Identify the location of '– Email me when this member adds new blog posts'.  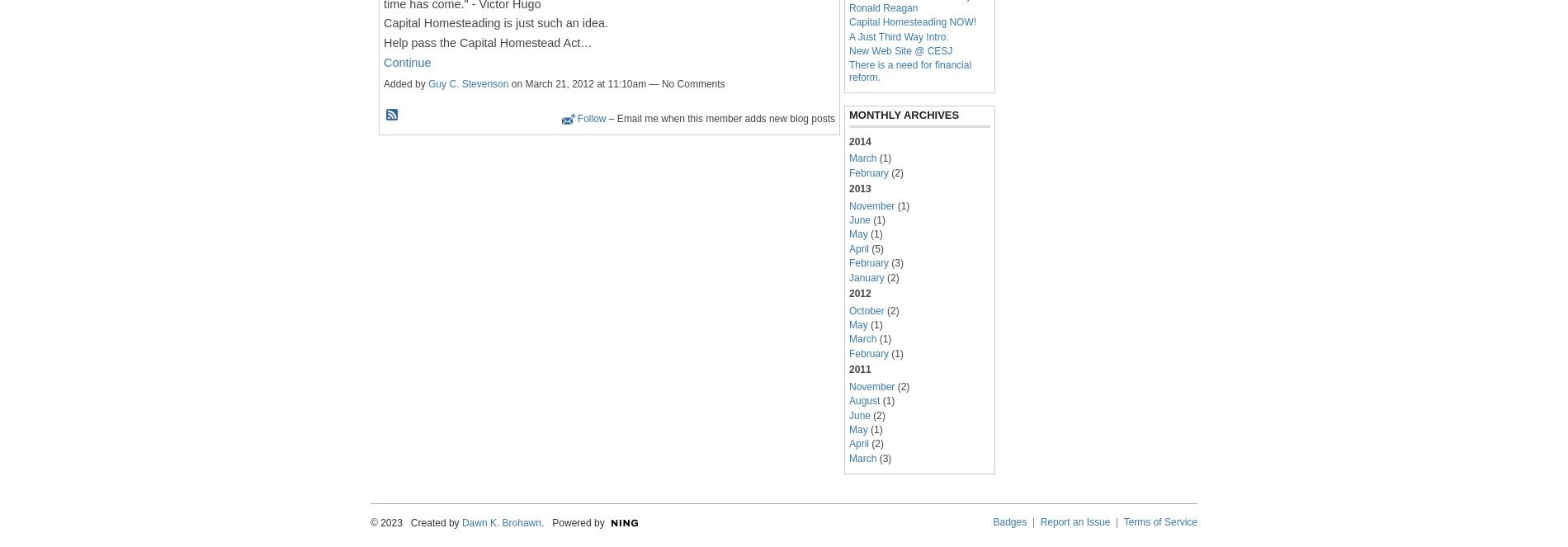
(720, 118).